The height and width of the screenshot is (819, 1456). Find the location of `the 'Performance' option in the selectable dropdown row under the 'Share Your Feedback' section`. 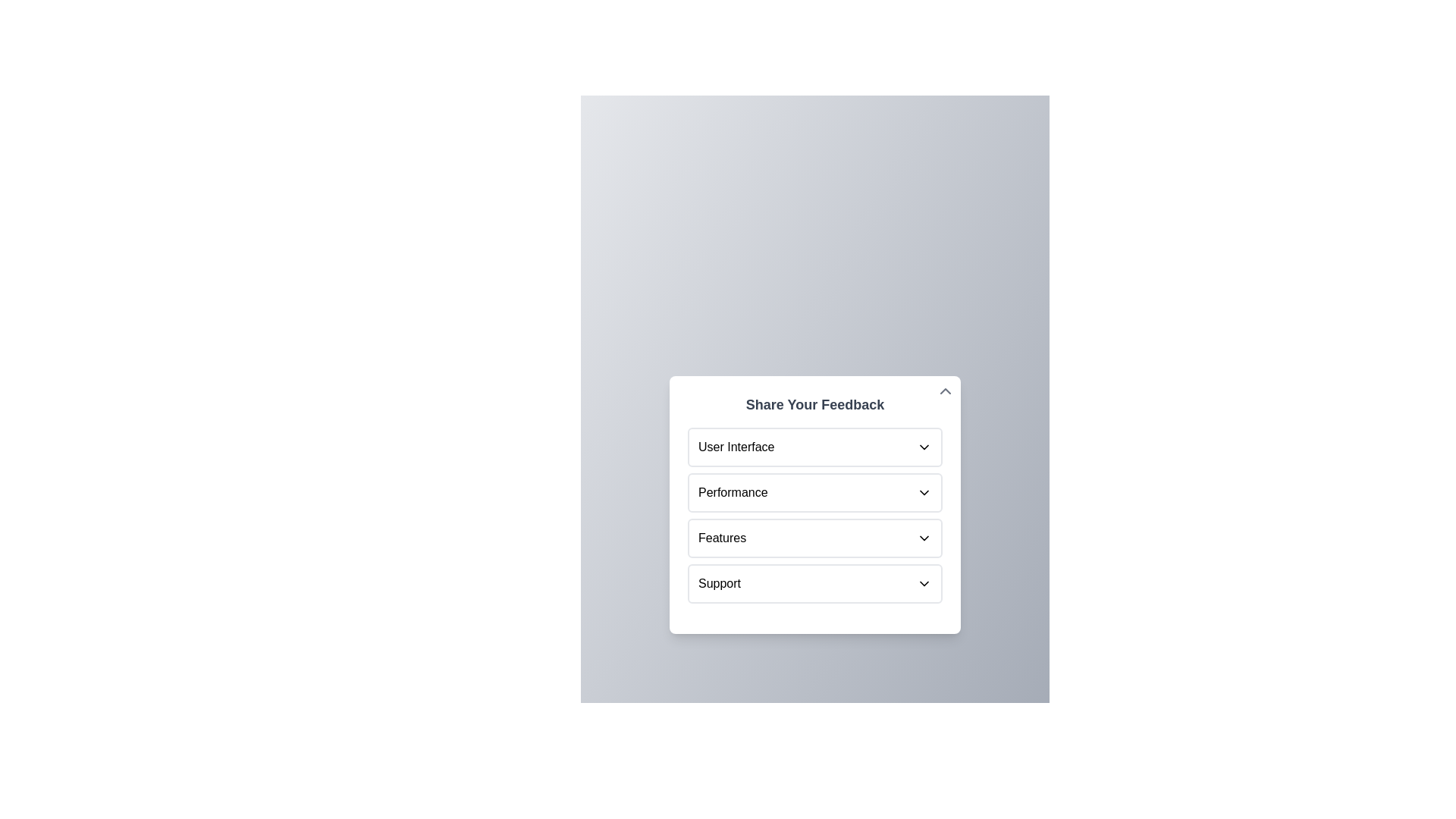

the 'Performance' option in the selectable dropdown row under the 'Share Your Feedback' section is located at coordinates (814, 493).